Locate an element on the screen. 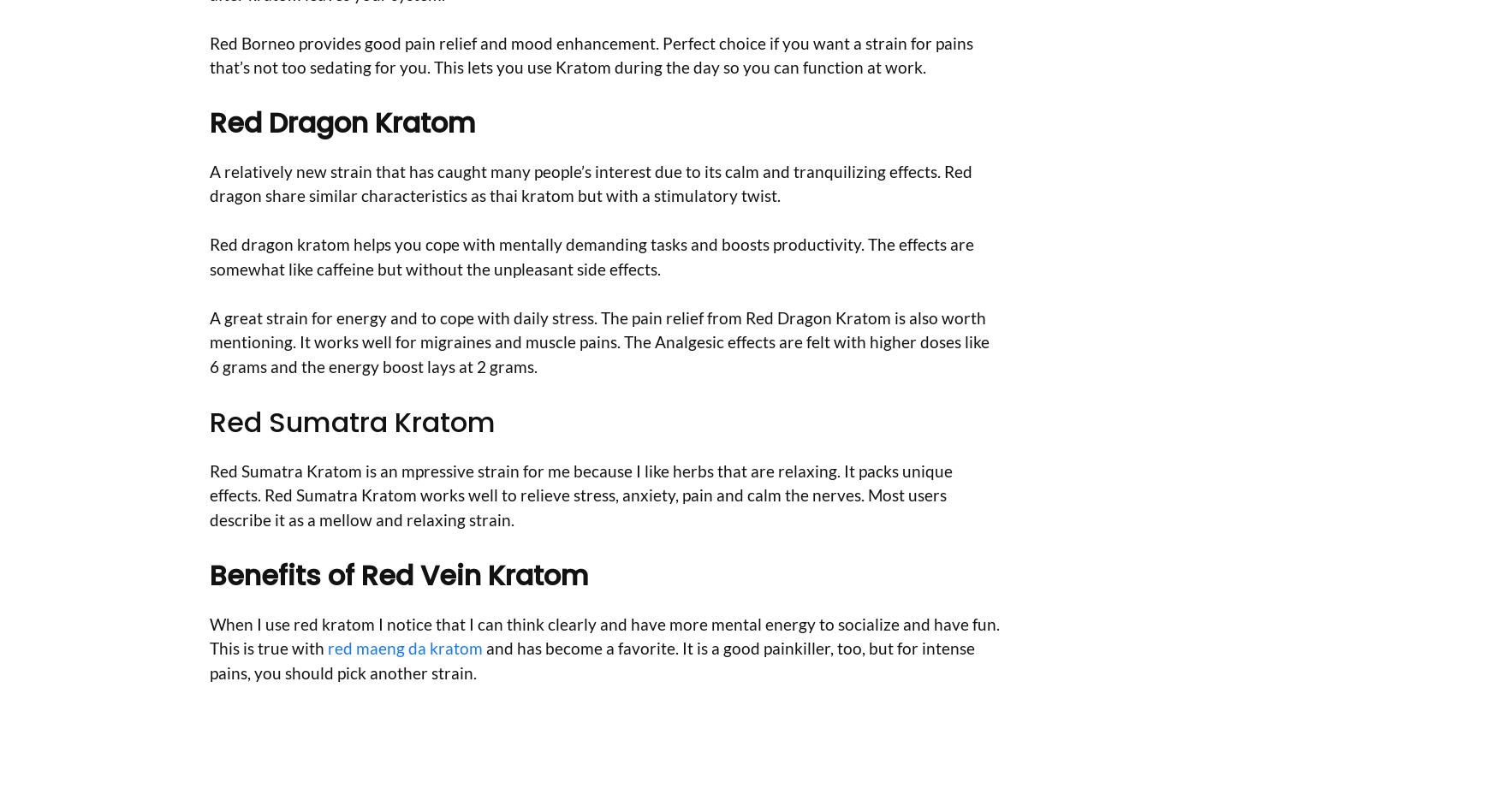 This screenshot has height=812, width=1498. 'red maeng da kratom' is located at coordinates (327, 648).